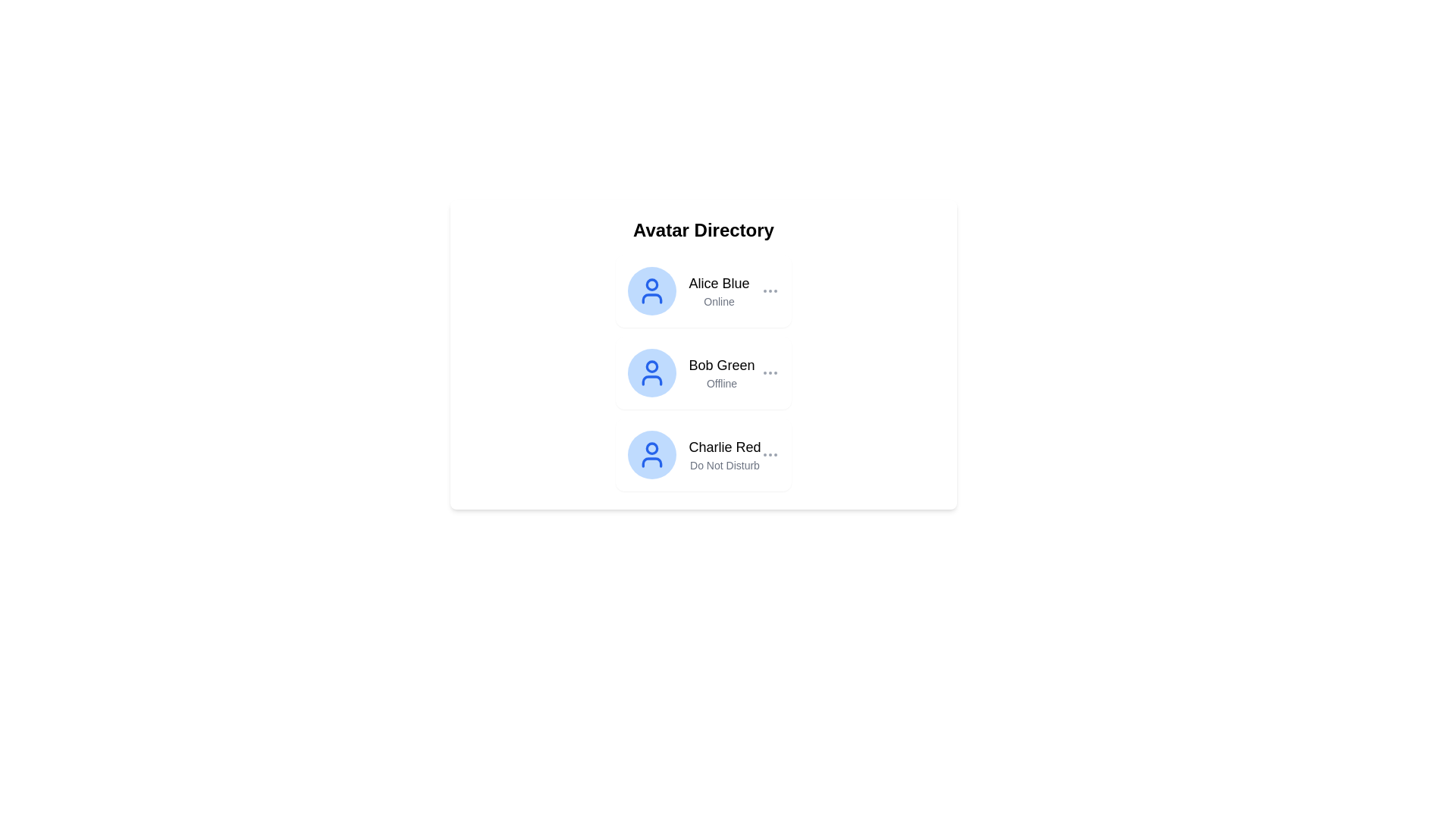 The height and width of the screenshot is (819, 1456). I want to click on the badge of the user profile icon for 'Alice Blue', which is the lower component of the blue highlighted user icon, so click(652, 298).